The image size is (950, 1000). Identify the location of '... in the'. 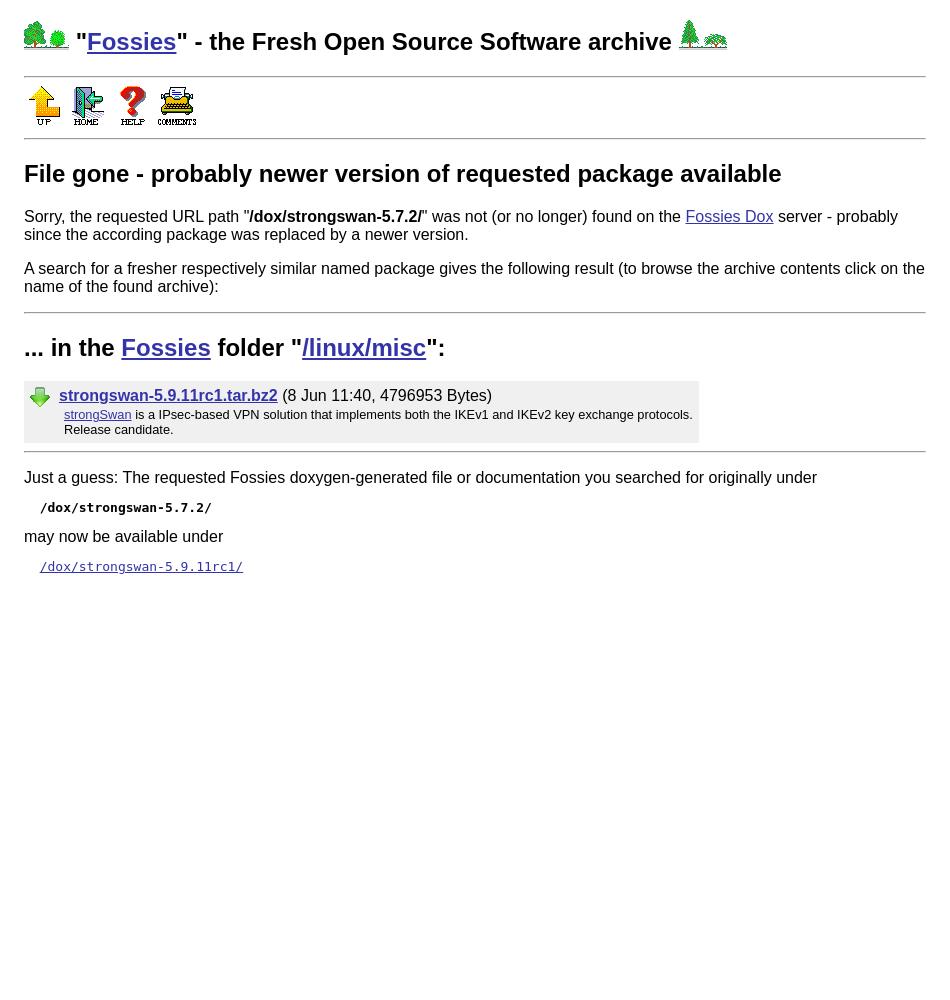
(72, 345).